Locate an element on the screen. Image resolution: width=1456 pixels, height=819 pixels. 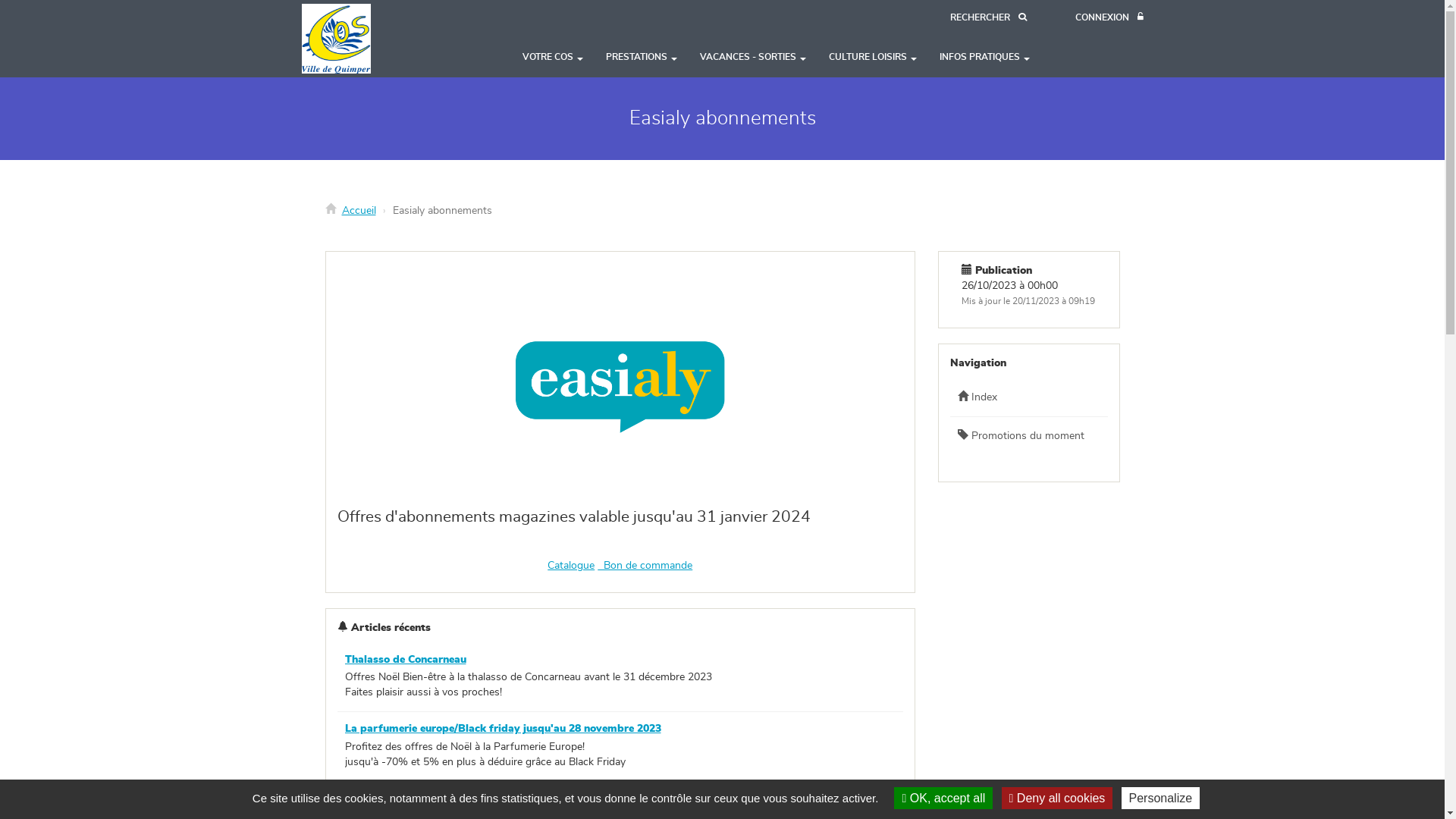
'Personalize' is located at coordinates (1160, 797).